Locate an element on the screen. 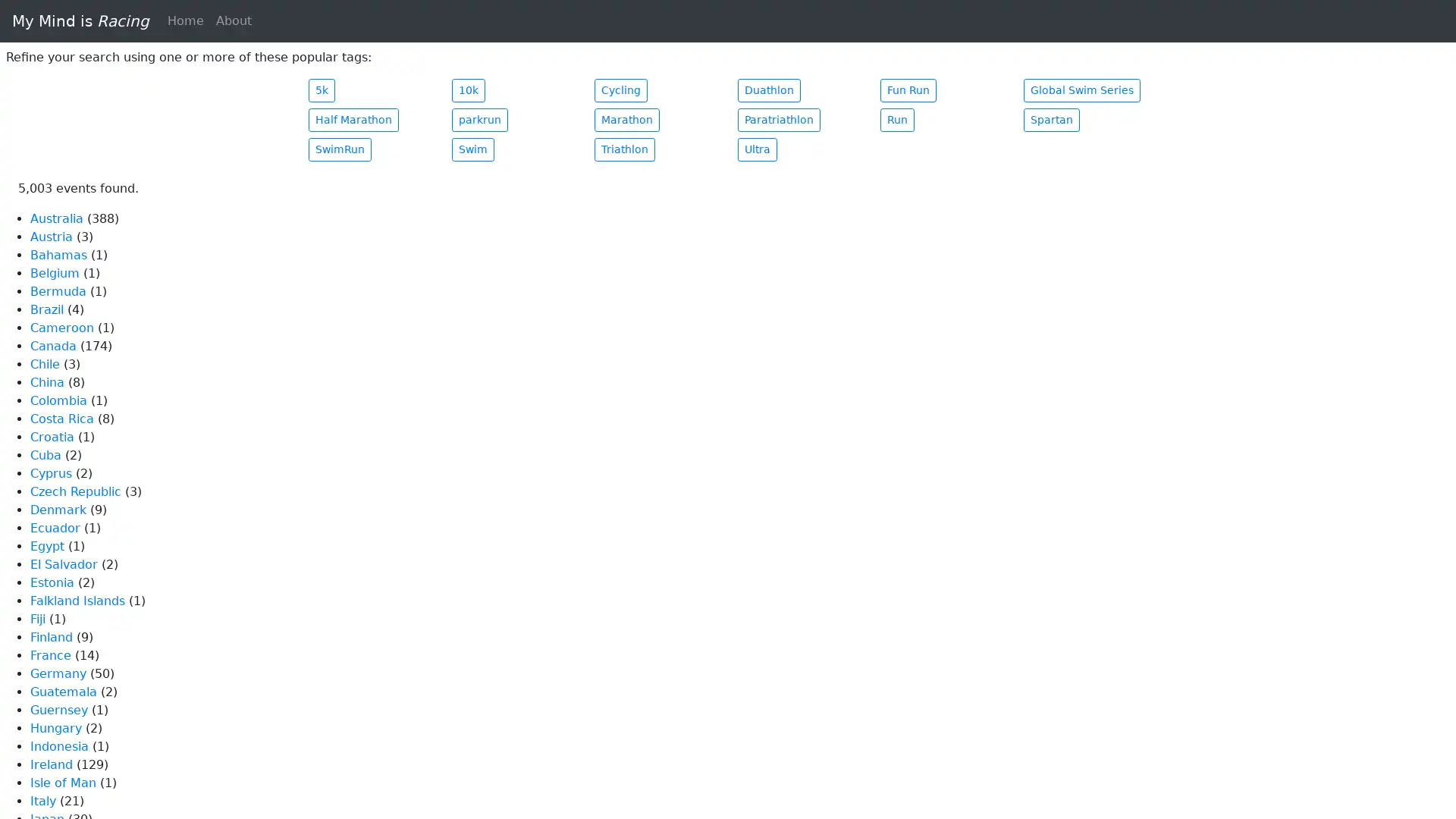 This screenshot has height=819, width=1456. Triathlon is located at coordinates (625, 149).